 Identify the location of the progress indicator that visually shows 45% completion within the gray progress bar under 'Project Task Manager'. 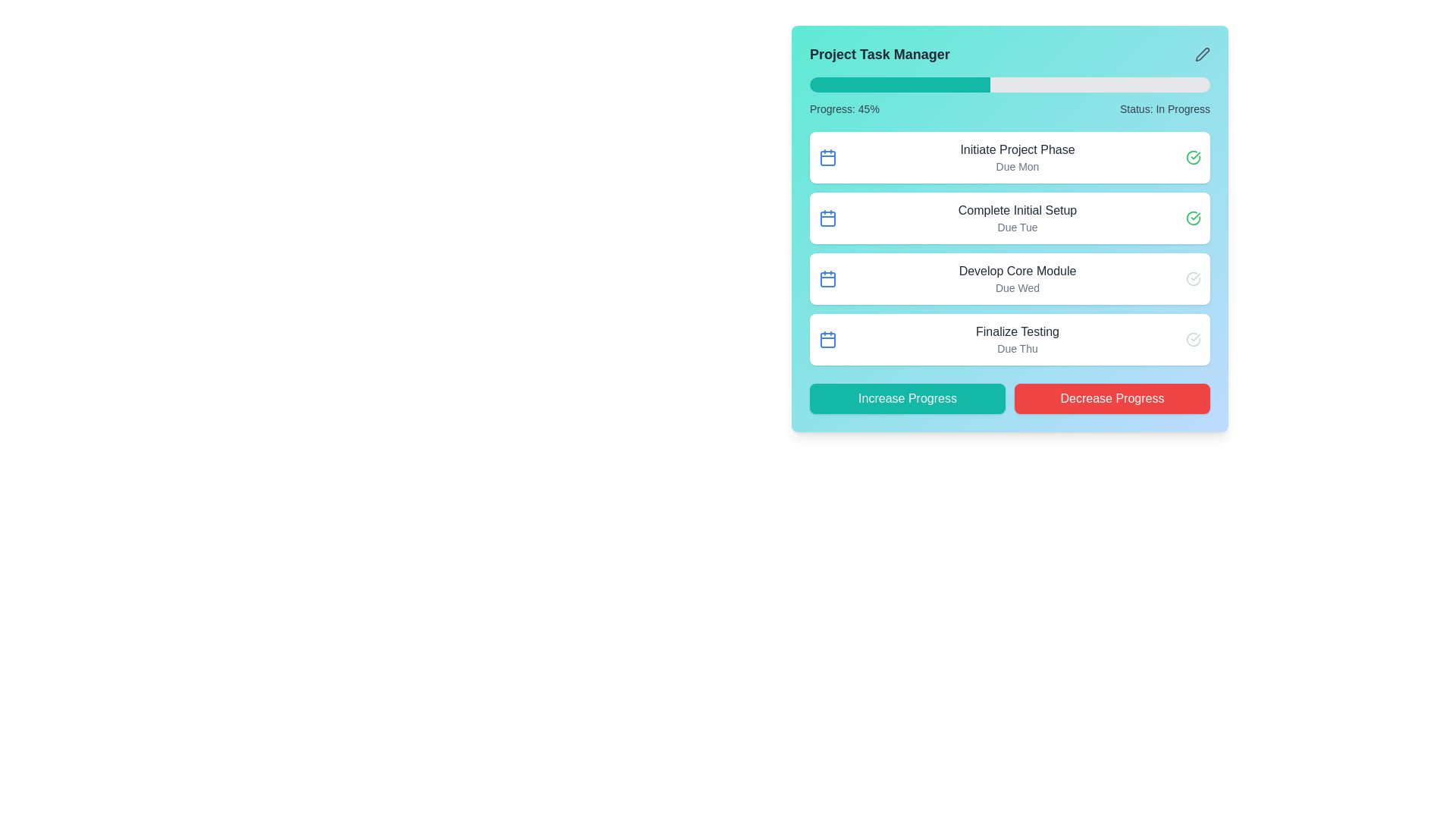
(899, 84).